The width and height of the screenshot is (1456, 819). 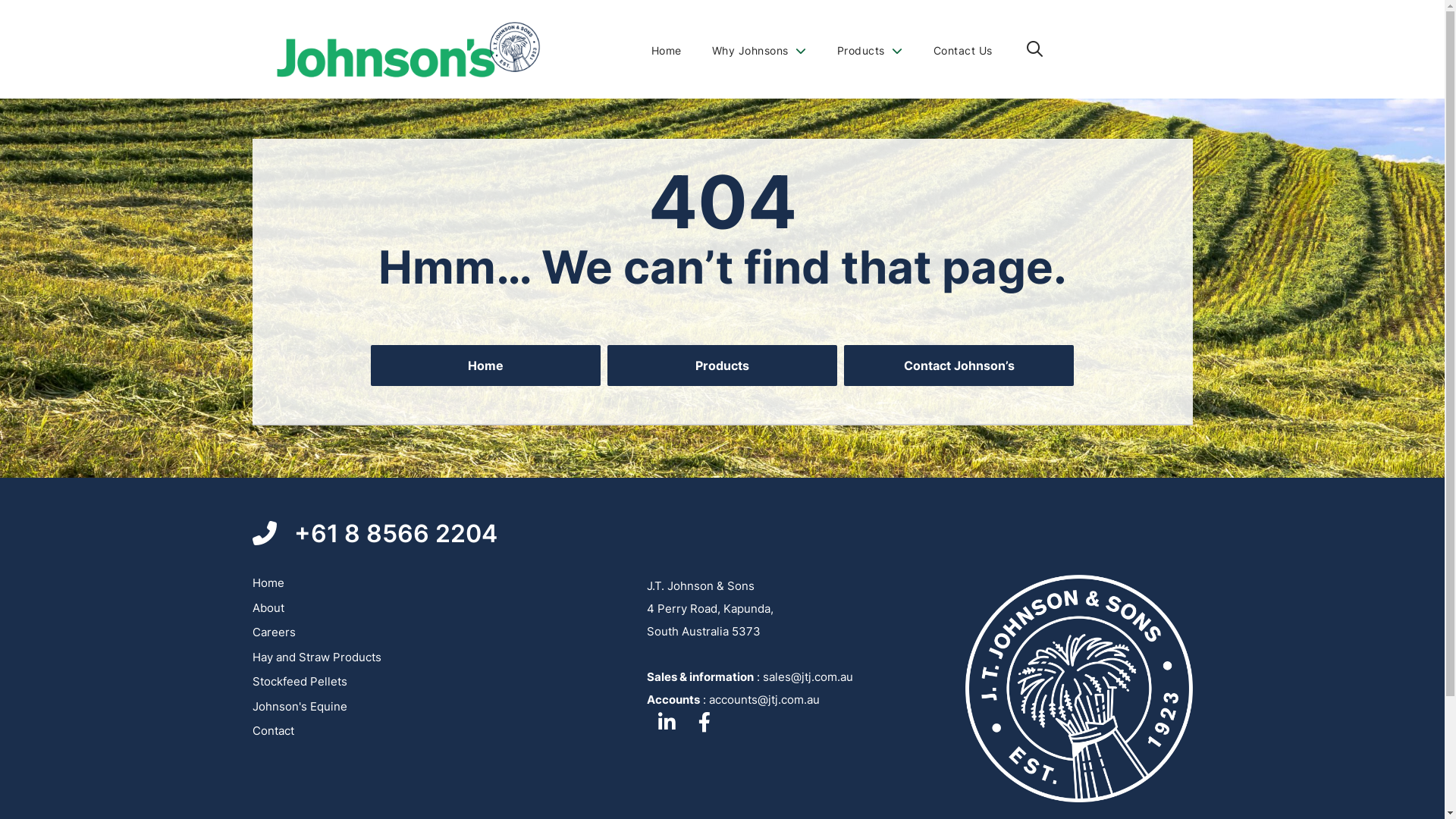 I want to click on 'Careers', so click(x=273, y=632).